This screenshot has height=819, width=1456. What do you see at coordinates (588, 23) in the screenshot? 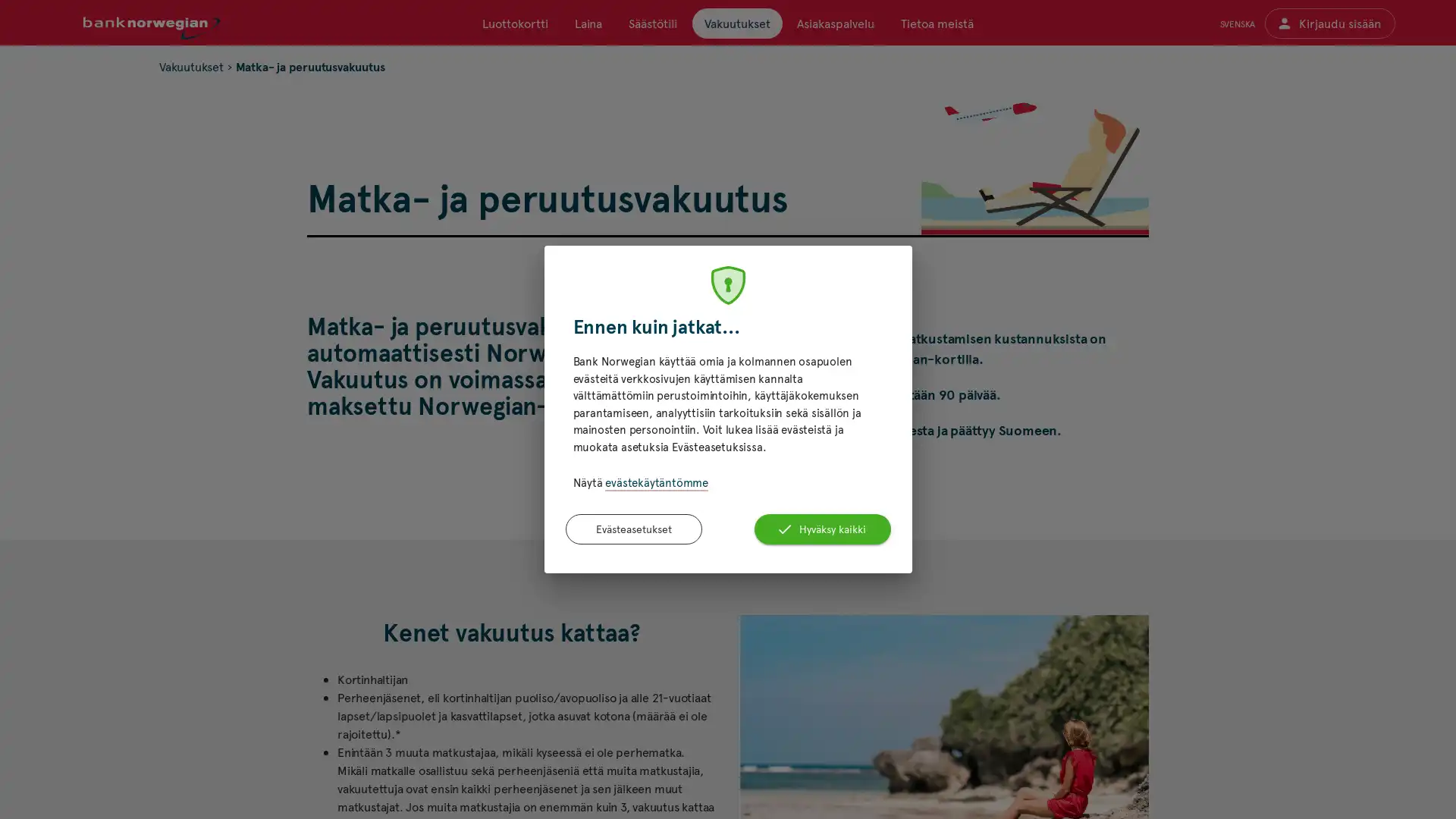
I see `Laina` at bounding box center [588, 23].